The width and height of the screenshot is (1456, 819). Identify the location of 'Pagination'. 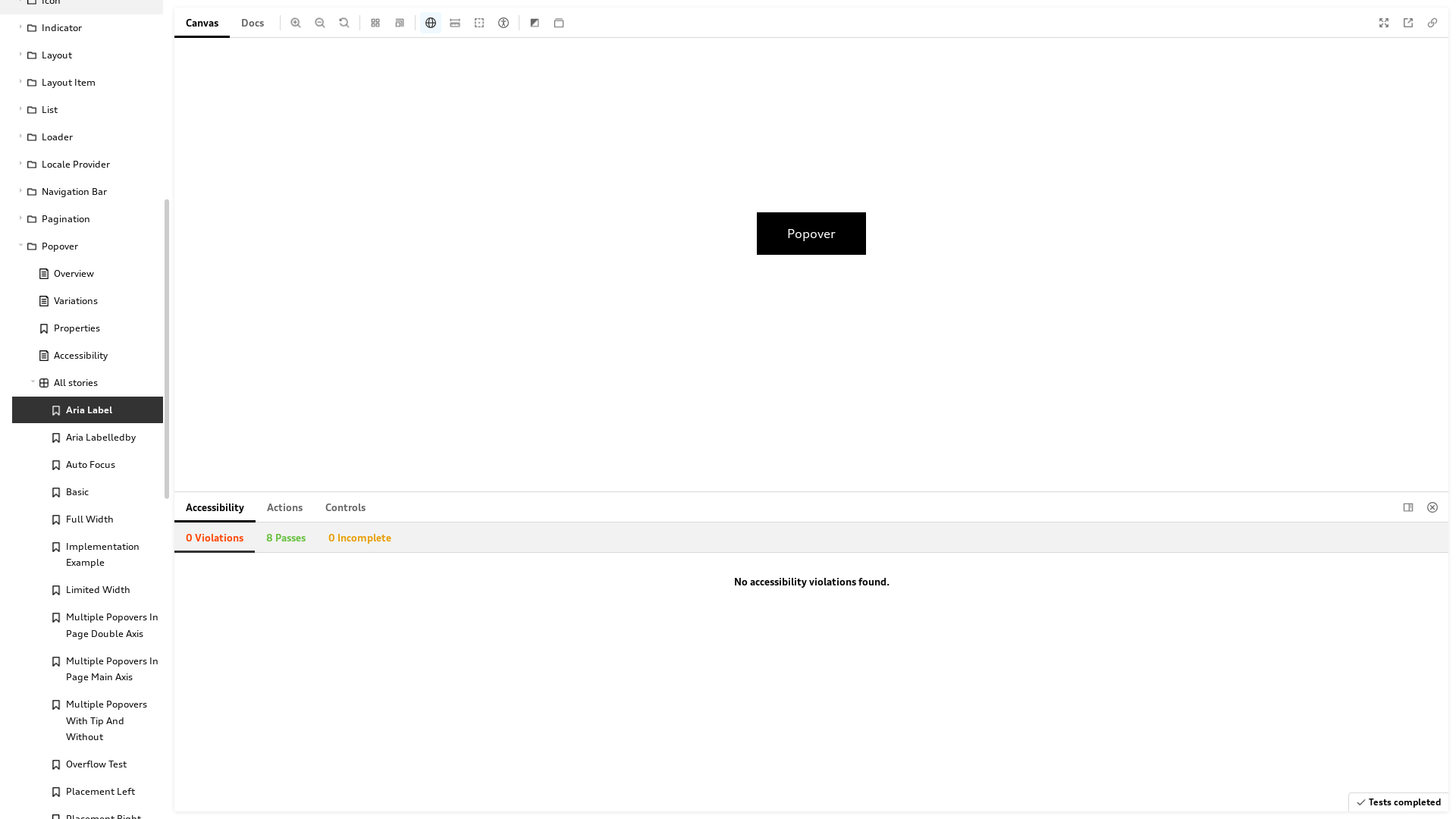
(80, 219).